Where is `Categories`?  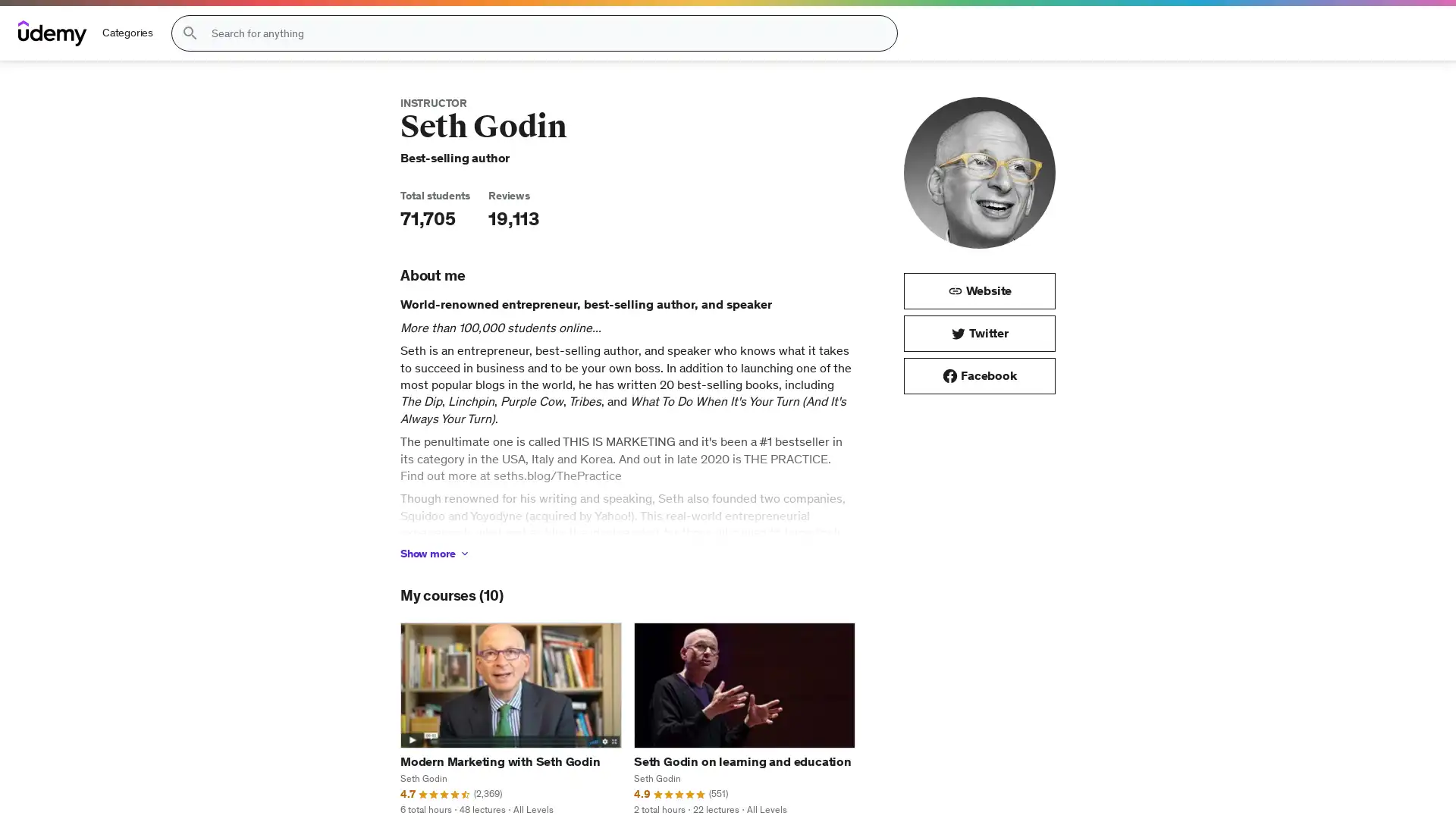
Categories is located at coordinates (127, 33).